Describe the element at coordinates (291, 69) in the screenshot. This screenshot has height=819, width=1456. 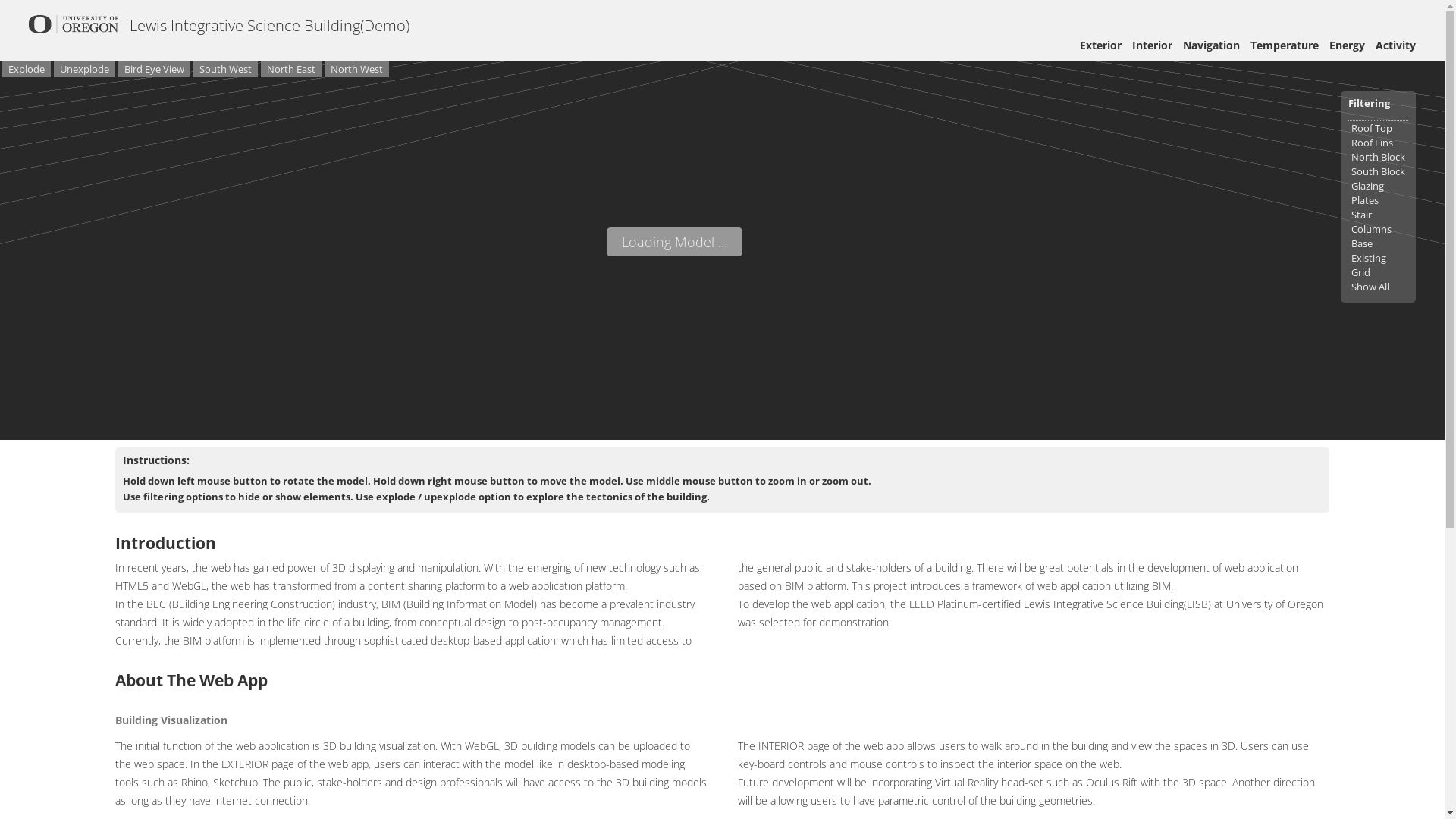
I see `'North East'` at that location.